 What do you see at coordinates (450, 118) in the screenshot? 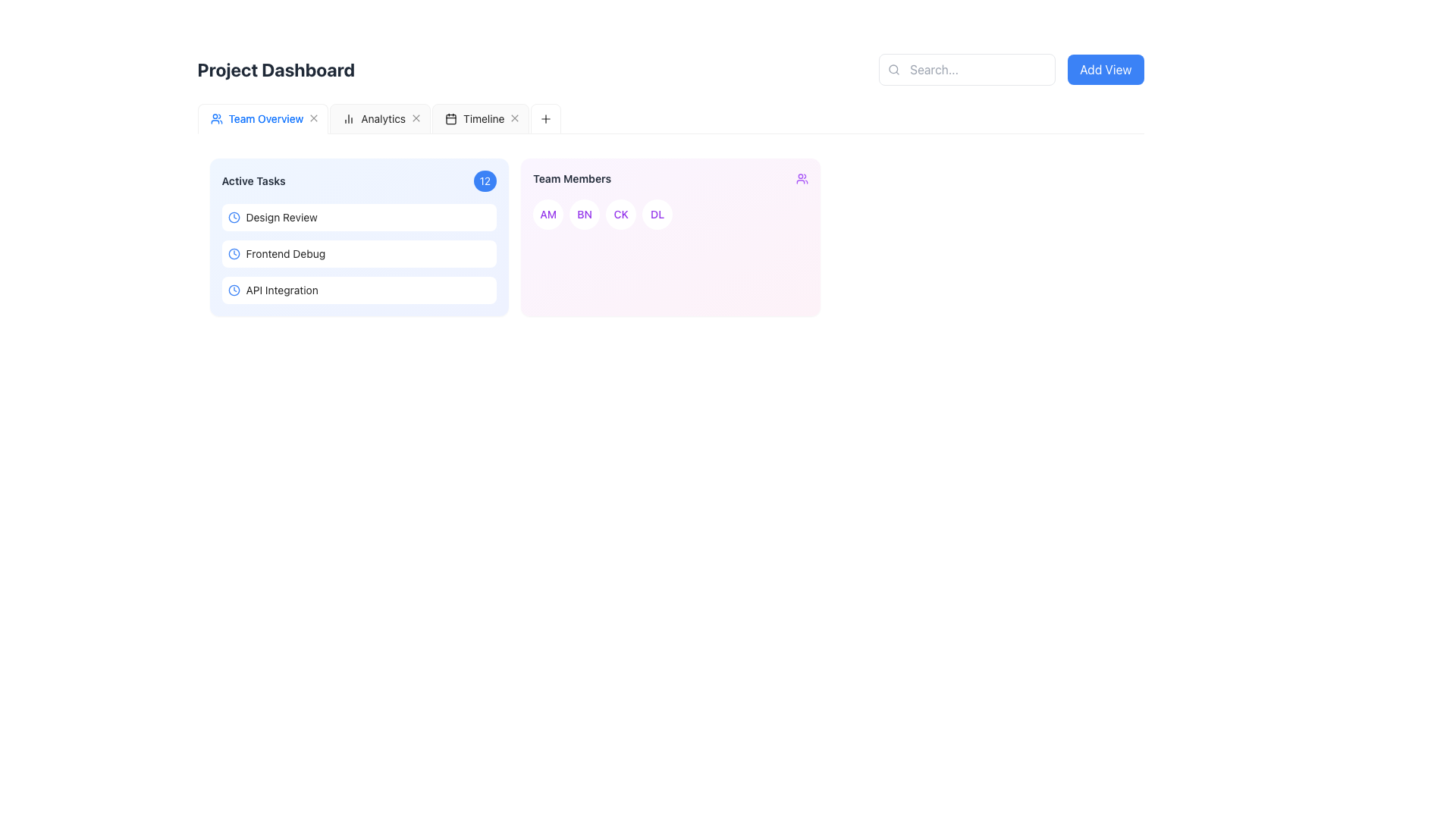
I see `the decorative rectangle with rounded corners within the SVG calendar icon located in the 'Timeline' tab of the tab navigation bar` at bounding box center [450, 118].